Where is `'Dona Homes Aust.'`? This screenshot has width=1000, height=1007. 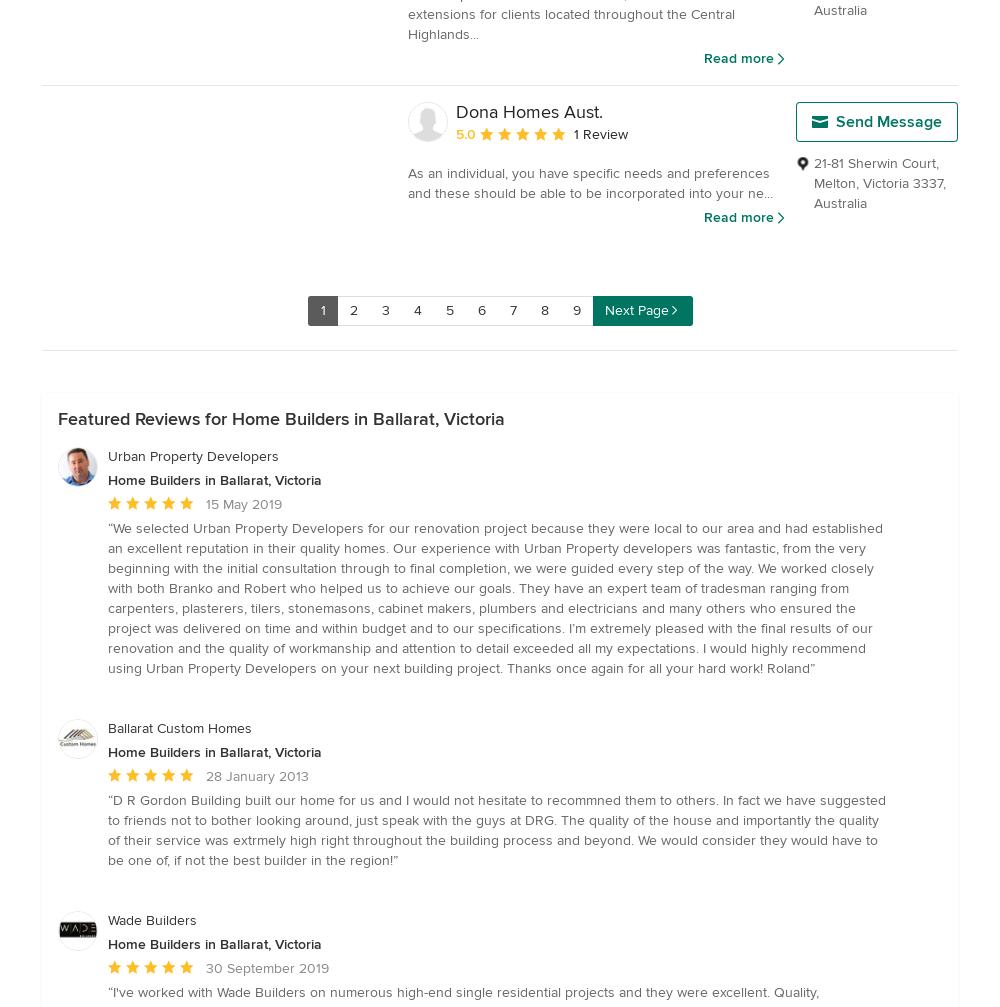
'Dona Homes Aust.' is located at coordinates (529, 111).